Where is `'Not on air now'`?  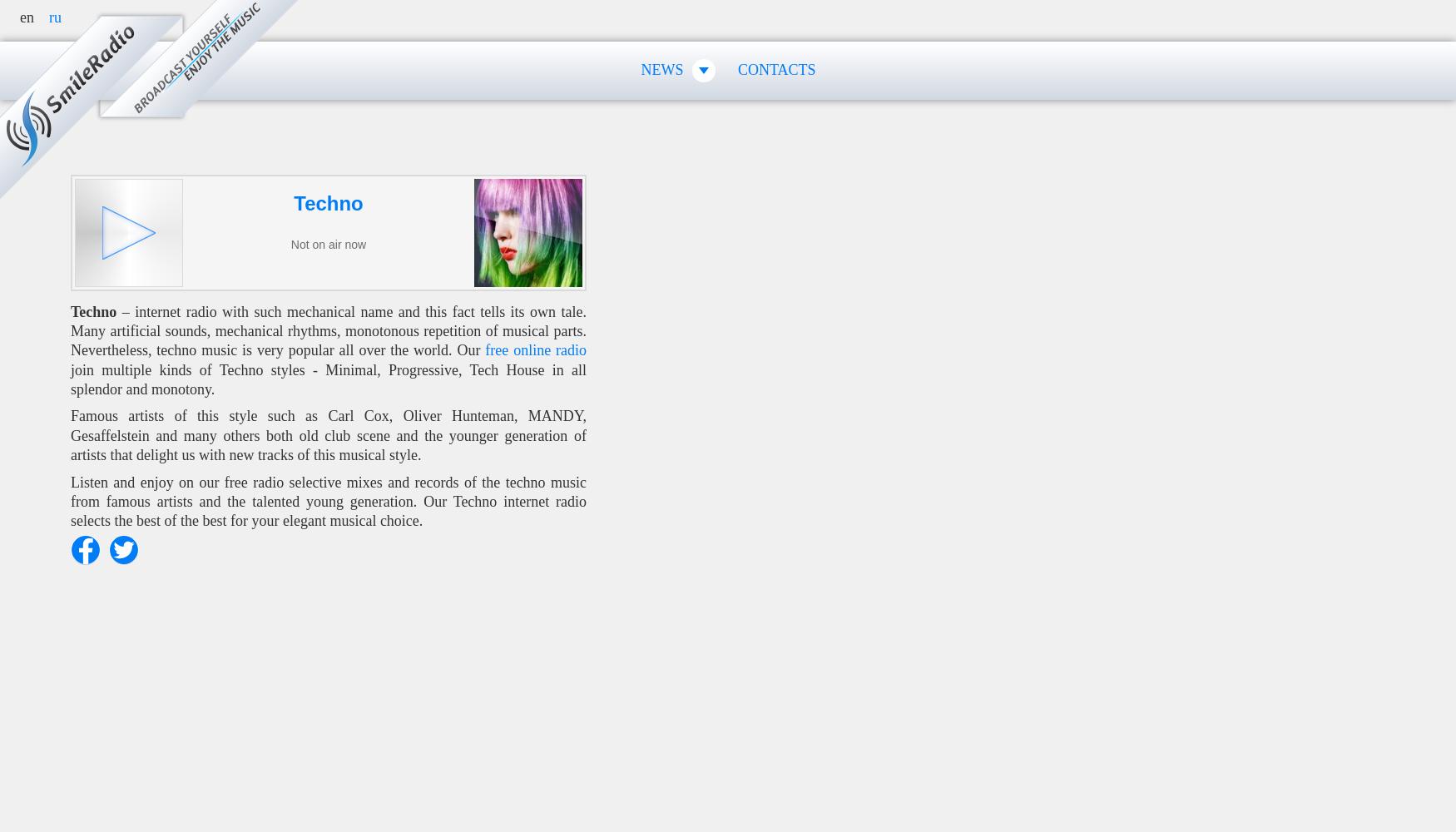
'Not on air now' is located at coordinates (290, 245).